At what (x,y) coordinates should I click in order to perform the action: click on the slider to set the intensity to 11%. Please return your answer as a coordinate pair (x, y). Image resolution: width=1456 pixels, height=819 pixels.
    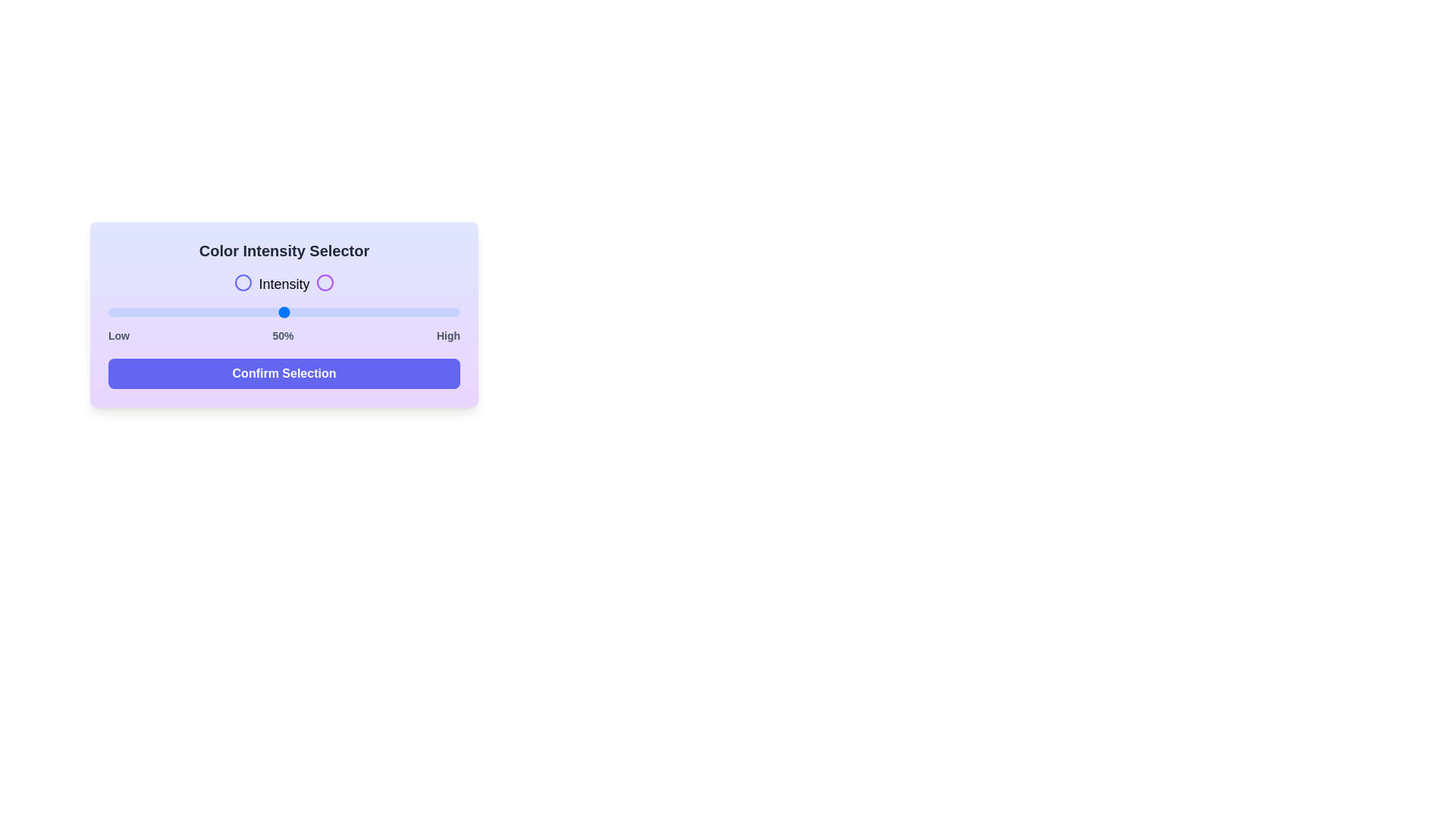
    Looking at the image, I should click on (147, 312).